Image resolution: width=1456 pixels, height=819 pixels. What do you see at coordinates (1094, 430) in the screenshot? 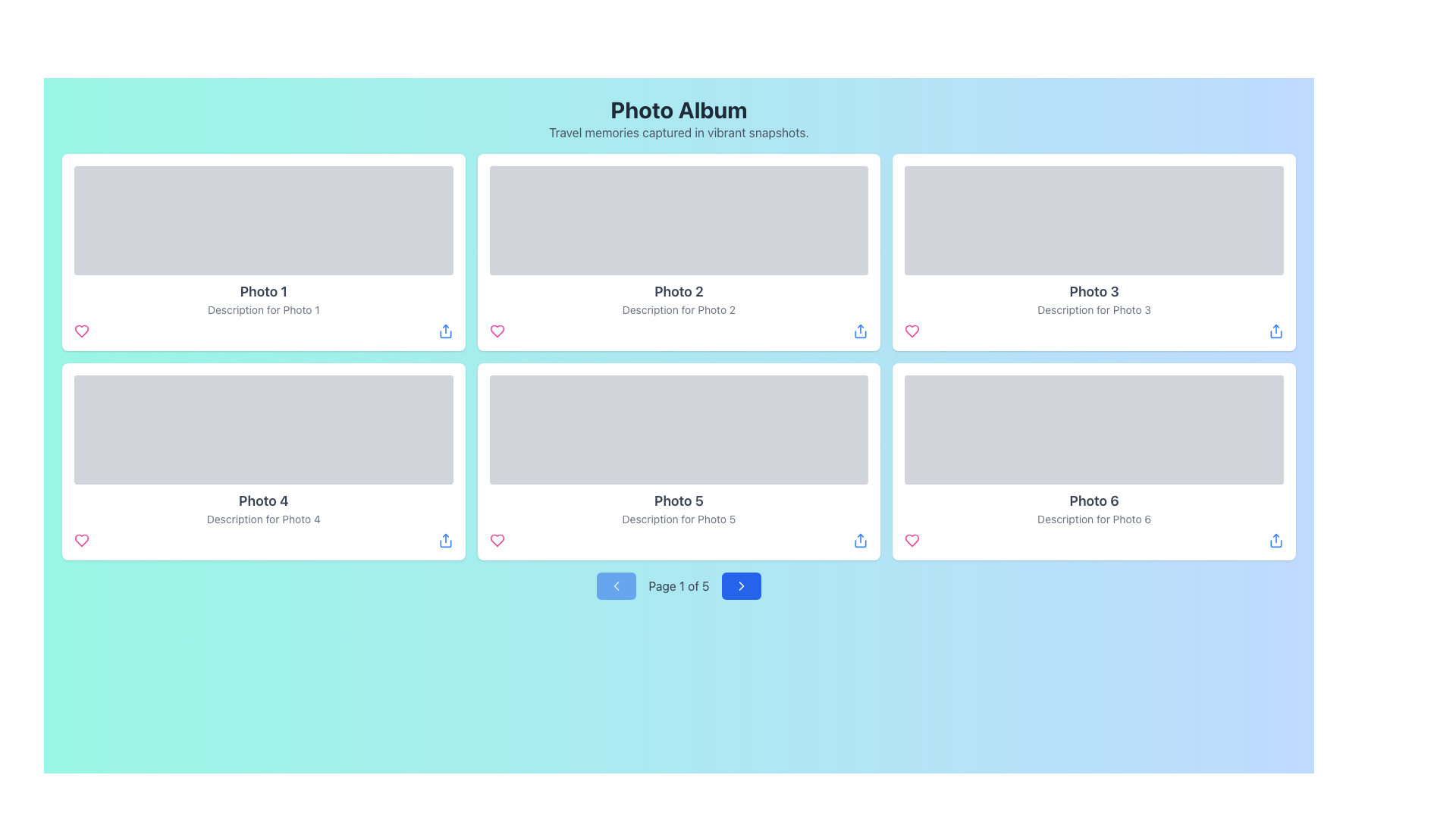
I see `the image placeholder located in the second column, third row of the photo grid, near the top of the card titled 'Photo 6'` at bounding box center [1094, 430].